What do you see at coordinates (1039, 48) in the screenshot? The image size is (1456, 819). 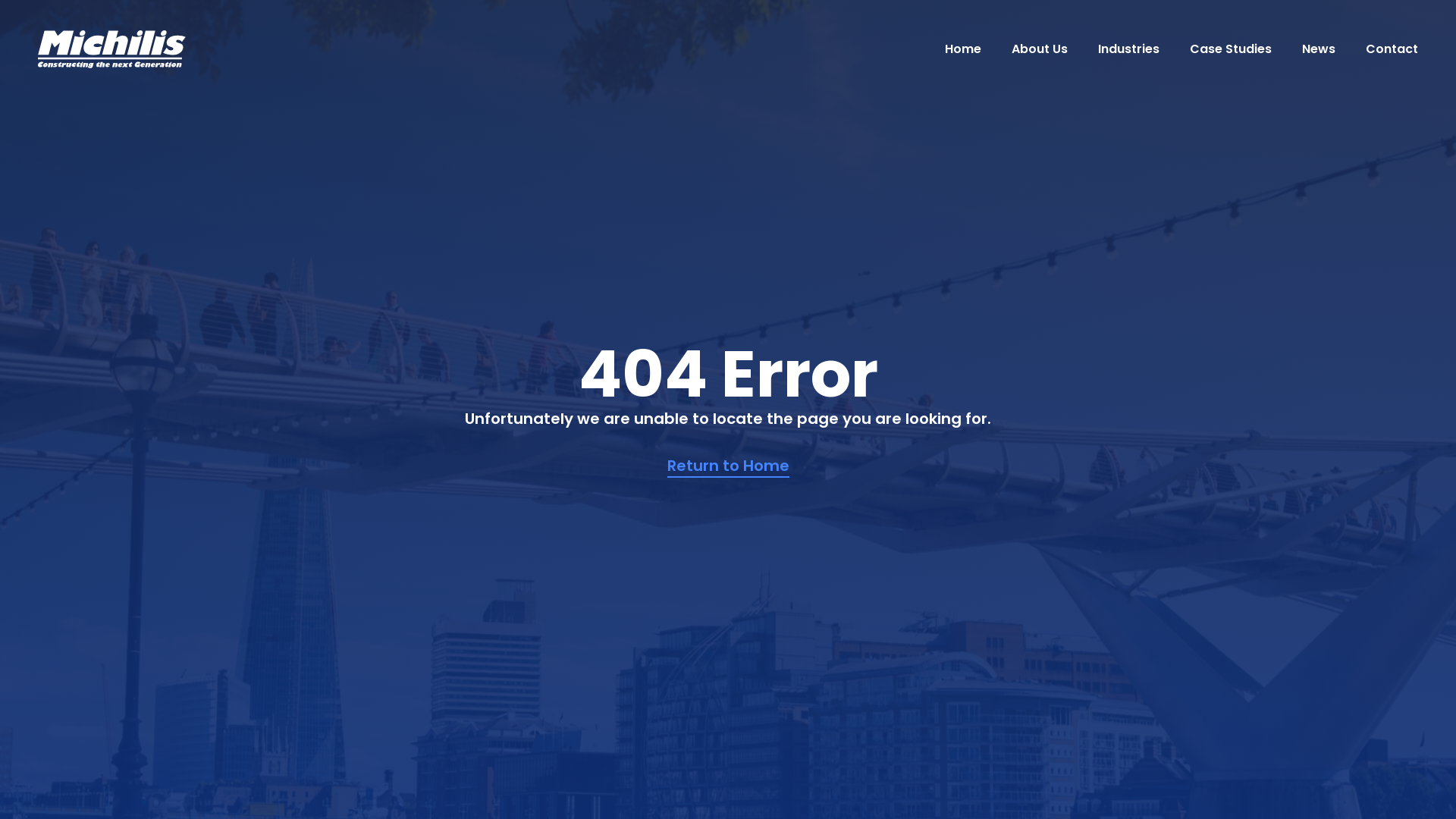 I see `'About Us'` at bounding box center [1039, 48].